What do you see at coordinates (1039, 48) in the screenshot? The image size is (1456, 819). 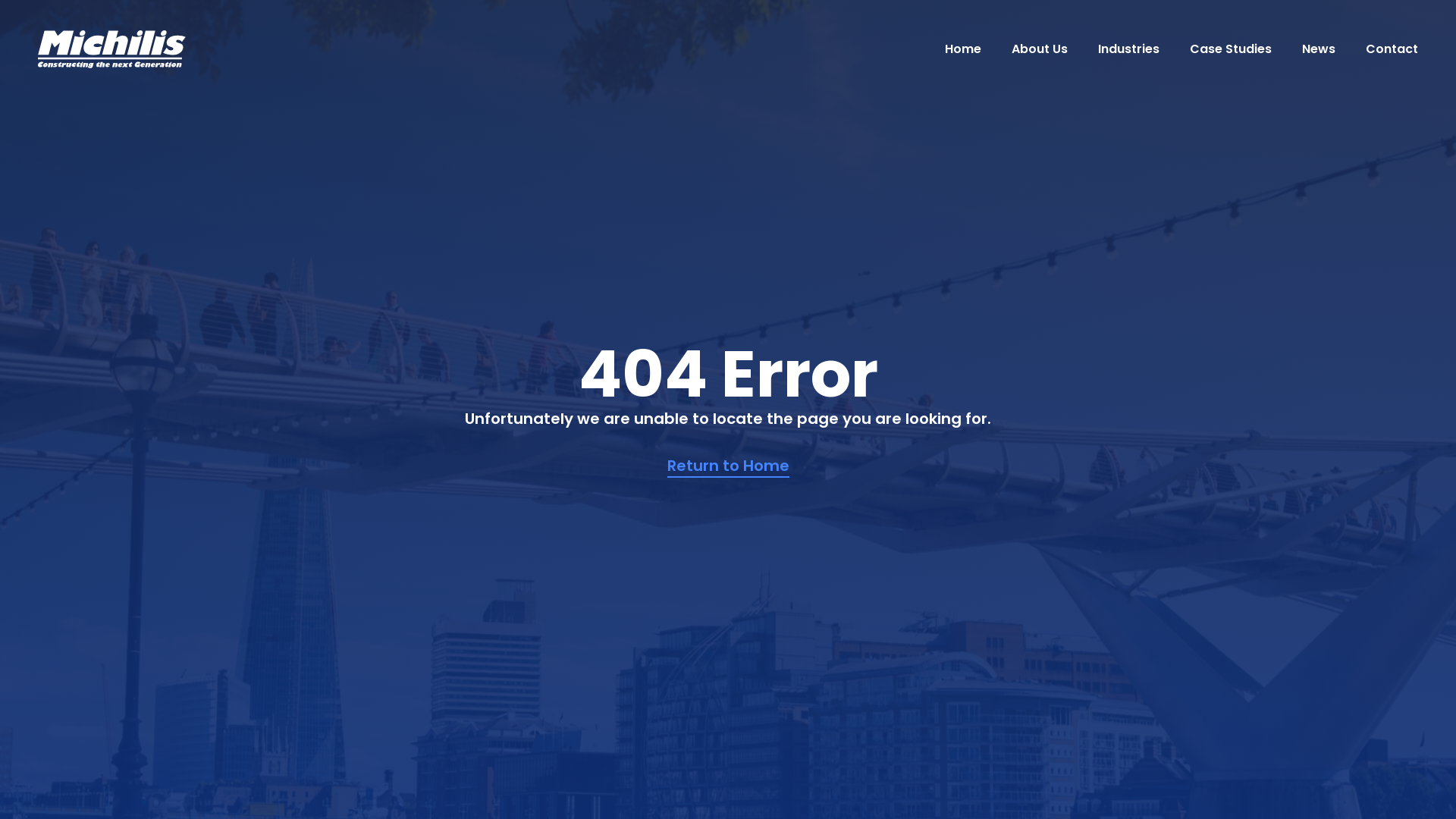 I see `'About Us'` at bounding box center [1039, 48].